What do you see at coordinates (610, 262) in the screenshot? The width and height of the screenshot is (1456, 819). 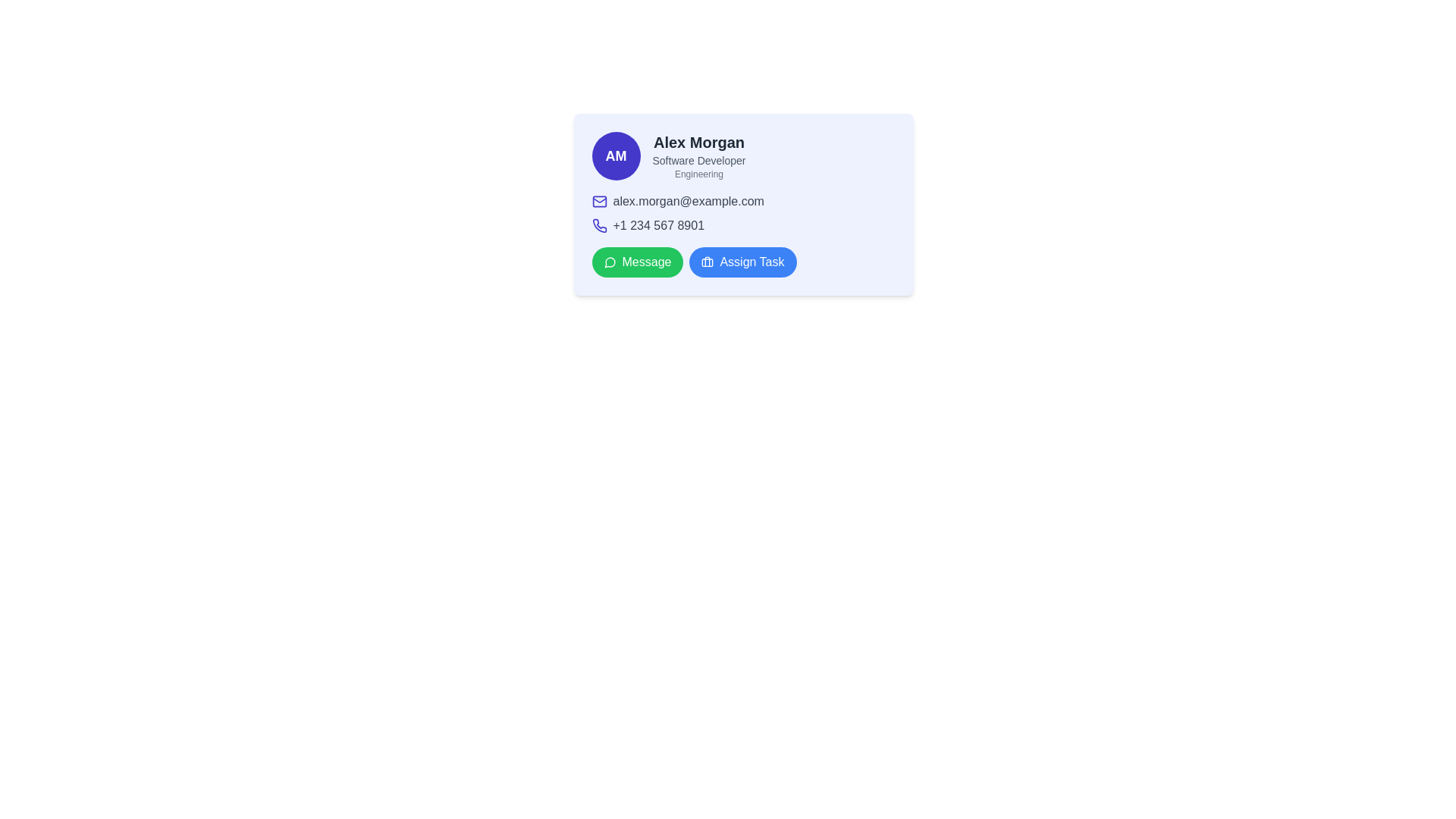 I see `the messaging icon located to the left of the 'Message' text label in the bottom-left corner of the card-like interface` at bounding box center [610, 262].